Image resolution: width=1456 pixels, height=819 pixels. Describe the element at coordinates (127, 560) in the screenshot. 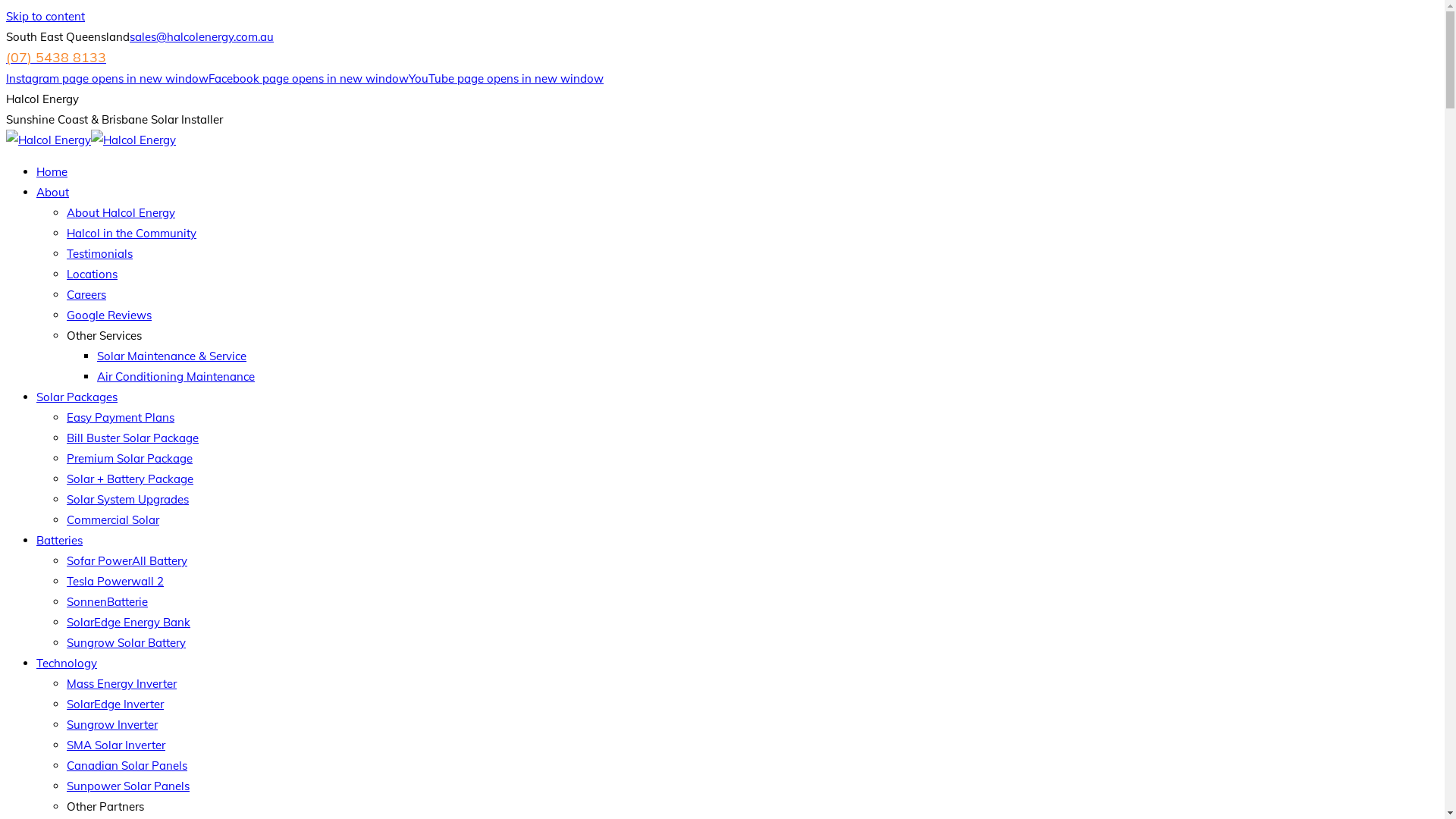

I see `'Sofar PowerAll Battery'` at that location.